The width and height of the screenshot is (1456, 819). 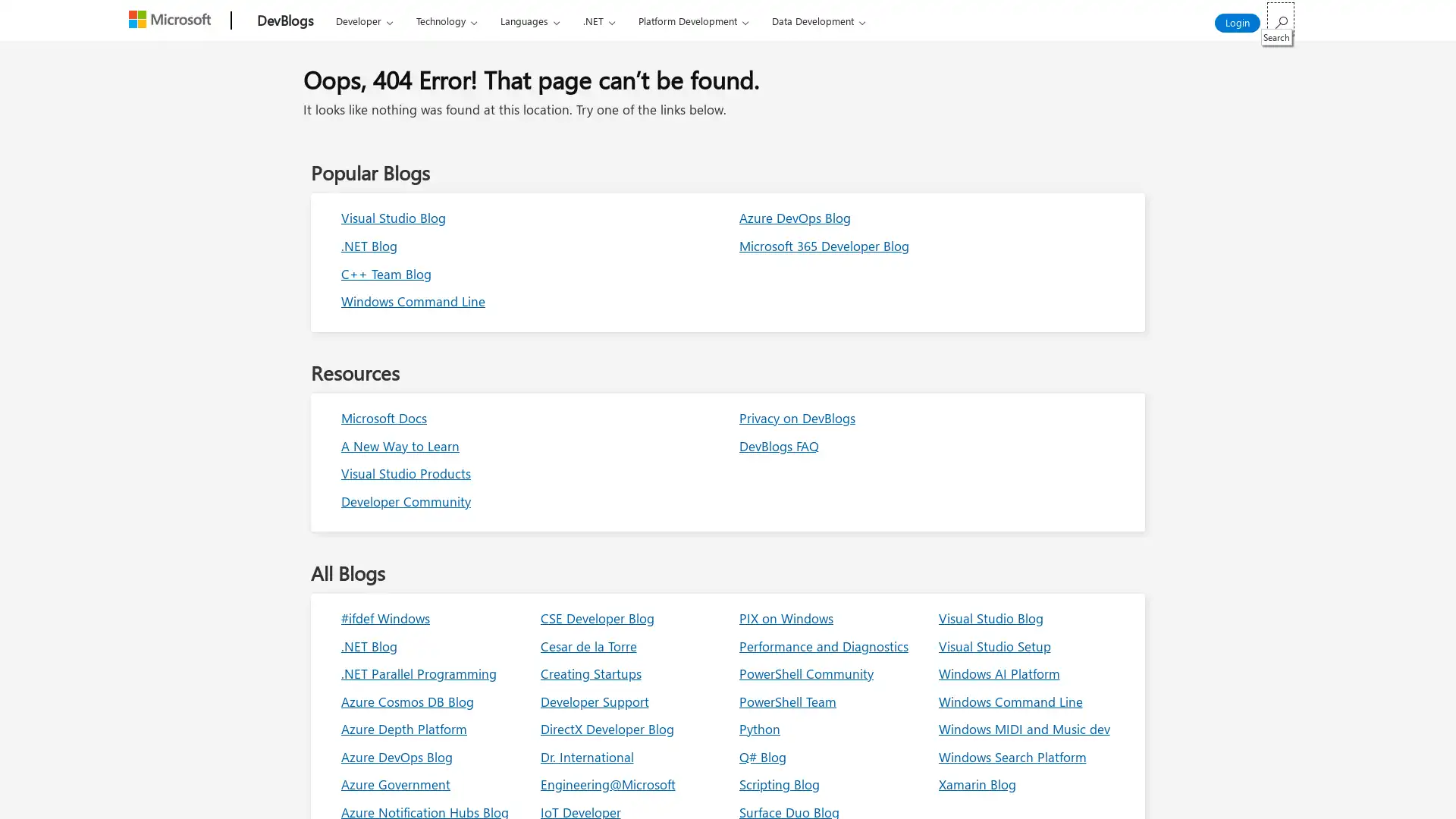 What do you see at coordinates (817, 20) in the screenshot?
I see `Data Development` at bounding box center [817, 20].